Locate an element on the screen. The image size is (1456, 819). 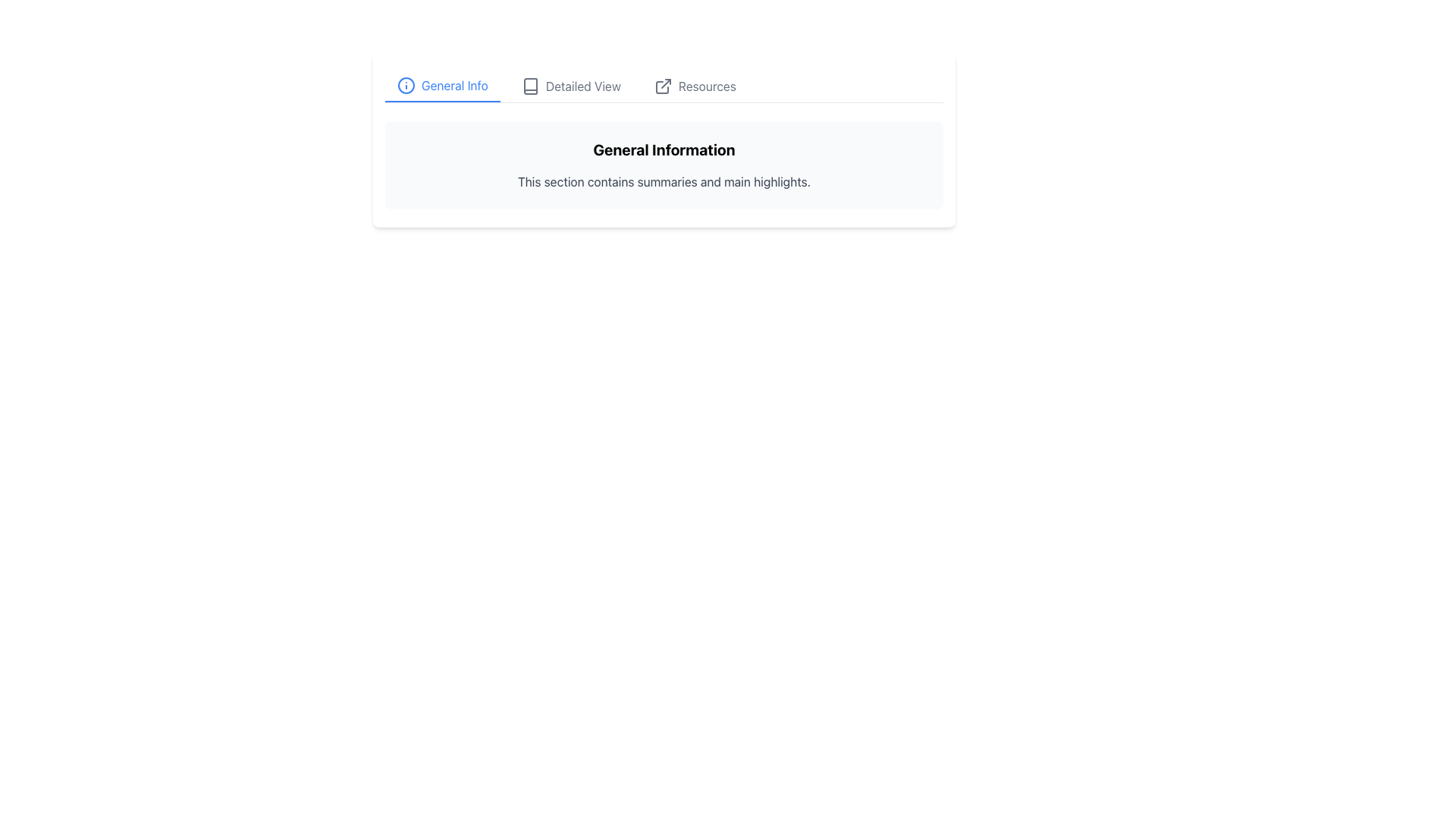
text from the Text Label located between 'General Info' and 'Resources', which serves as a descriptive label for a clickable button or tab is located at coordinates (582, 86).